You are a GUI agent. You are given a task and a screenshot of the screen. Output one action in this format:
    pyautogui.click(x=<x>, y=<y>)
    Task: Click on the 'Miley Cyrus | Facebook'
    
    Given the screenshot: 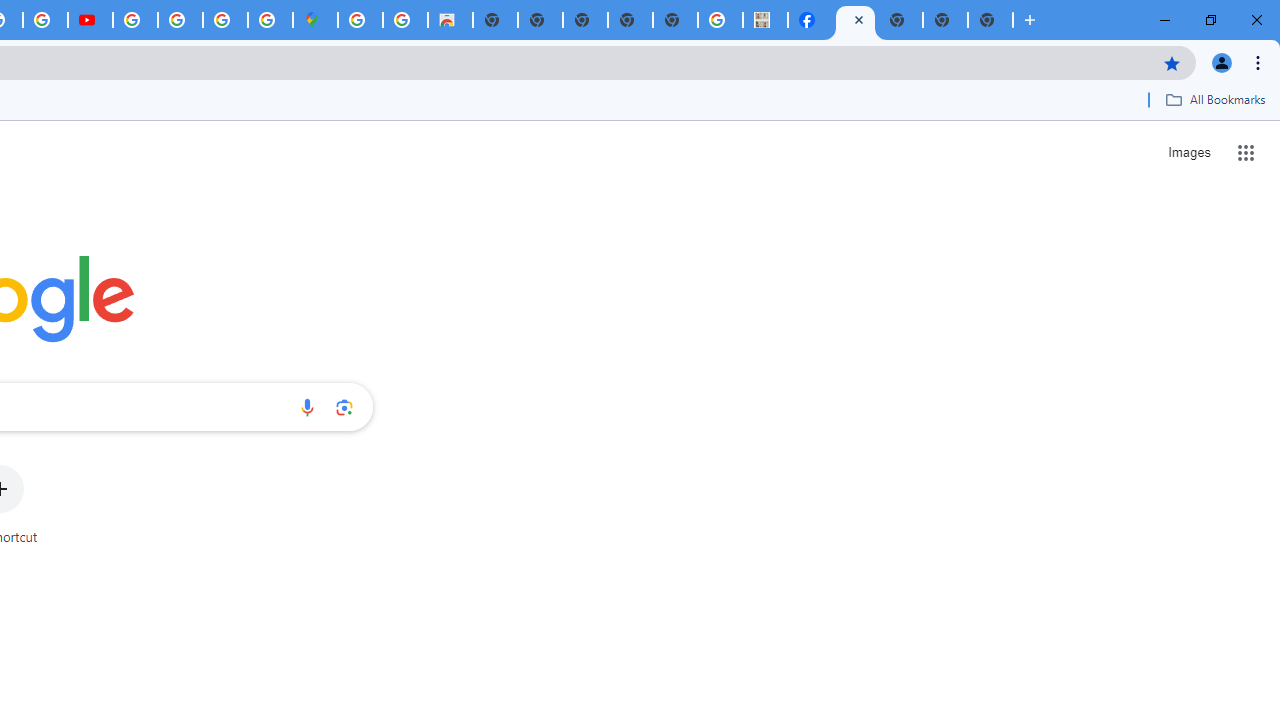 What is the action you would take?
    pyautogui.click(x=810, y=20)
    